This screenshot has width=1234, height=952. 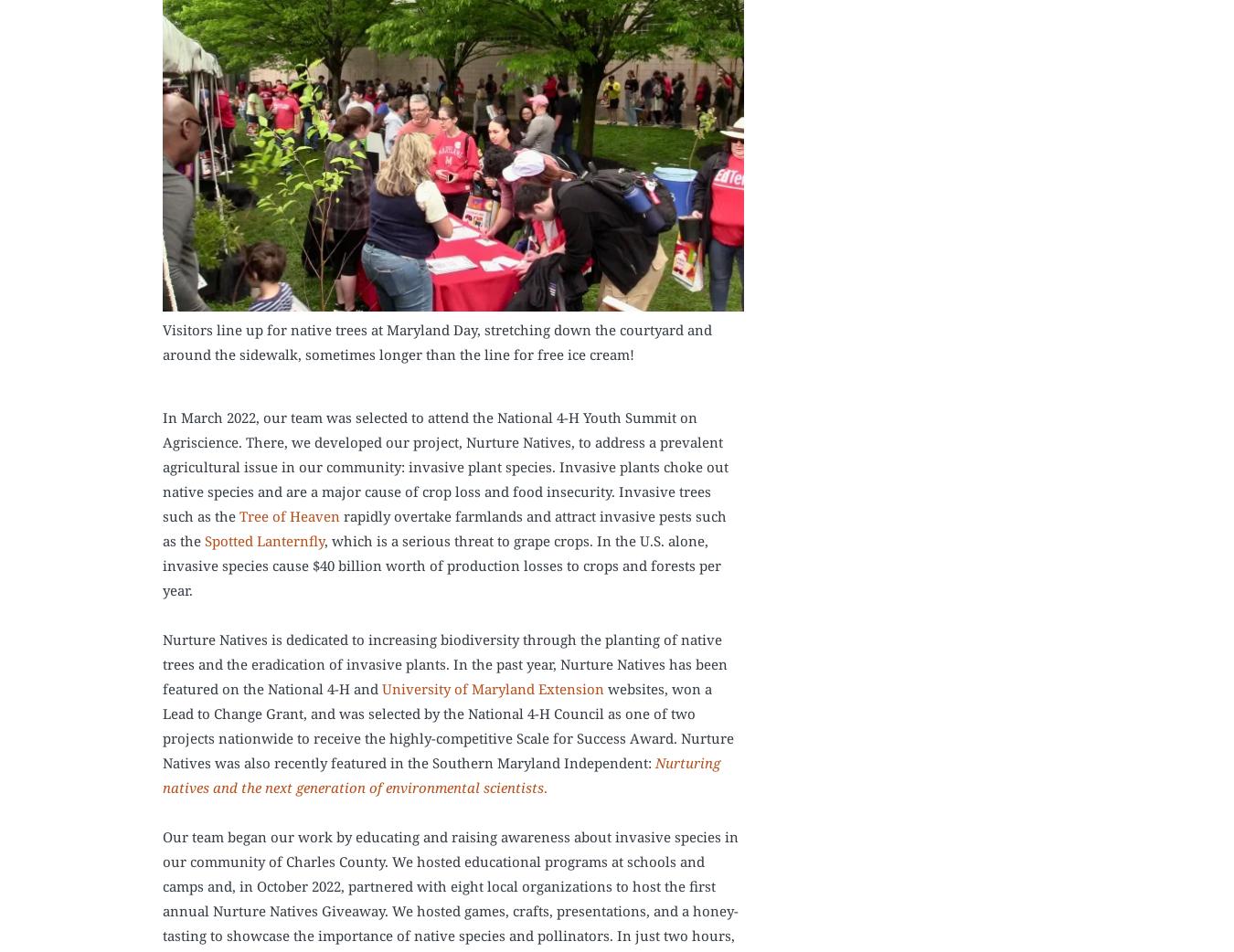 What do you see at coordinates (381, 687) in the screenshot?
I see `'University of Maryland Extension'` at bounding box center [381, 687].